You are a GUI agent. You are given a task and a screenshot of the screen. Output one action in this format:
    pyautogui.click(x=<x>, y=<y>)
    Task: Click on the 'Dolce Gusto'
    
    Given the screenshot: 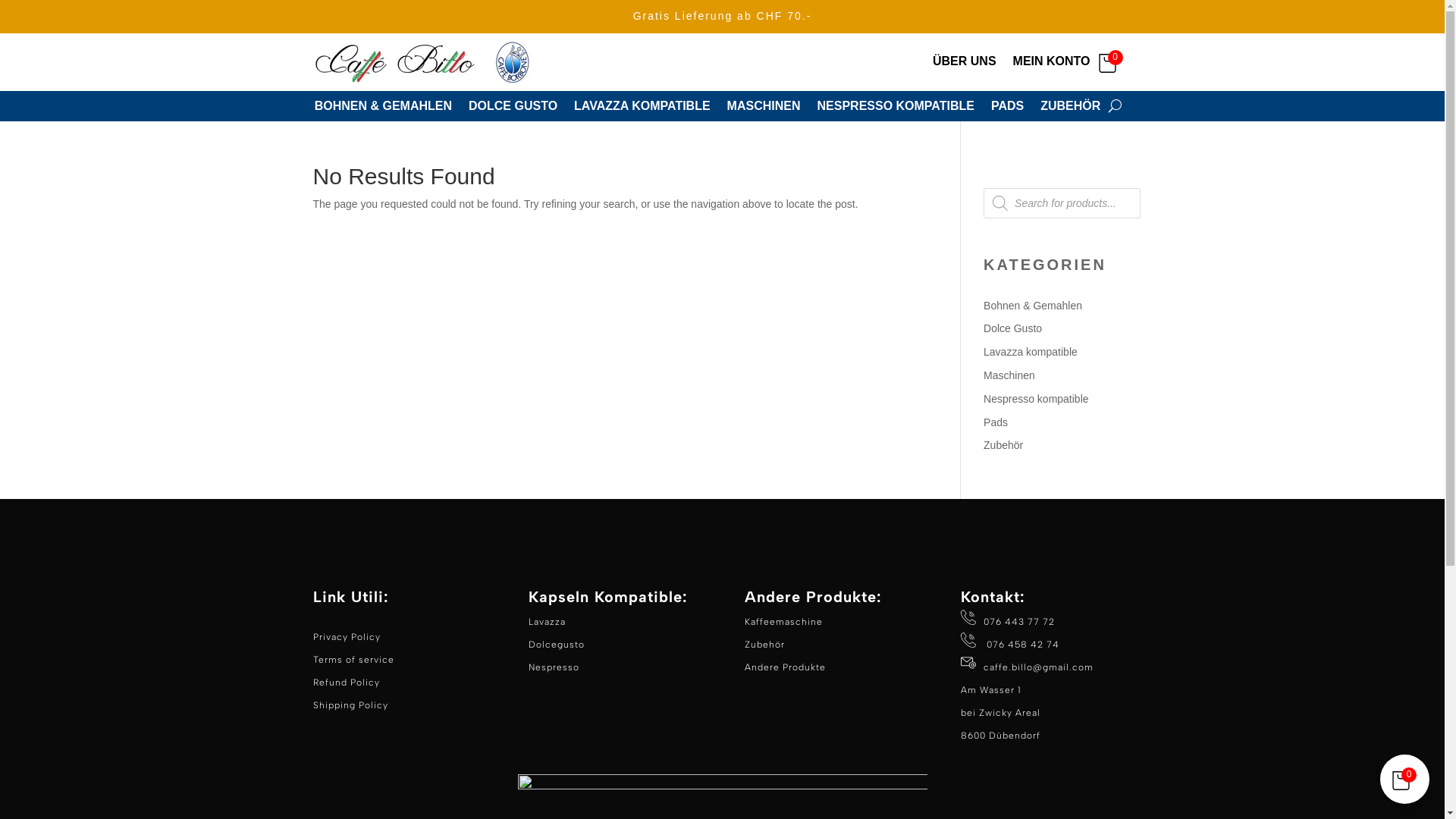 What is the action you would take?
    pyautogui.click(x=1012, y=327)
    